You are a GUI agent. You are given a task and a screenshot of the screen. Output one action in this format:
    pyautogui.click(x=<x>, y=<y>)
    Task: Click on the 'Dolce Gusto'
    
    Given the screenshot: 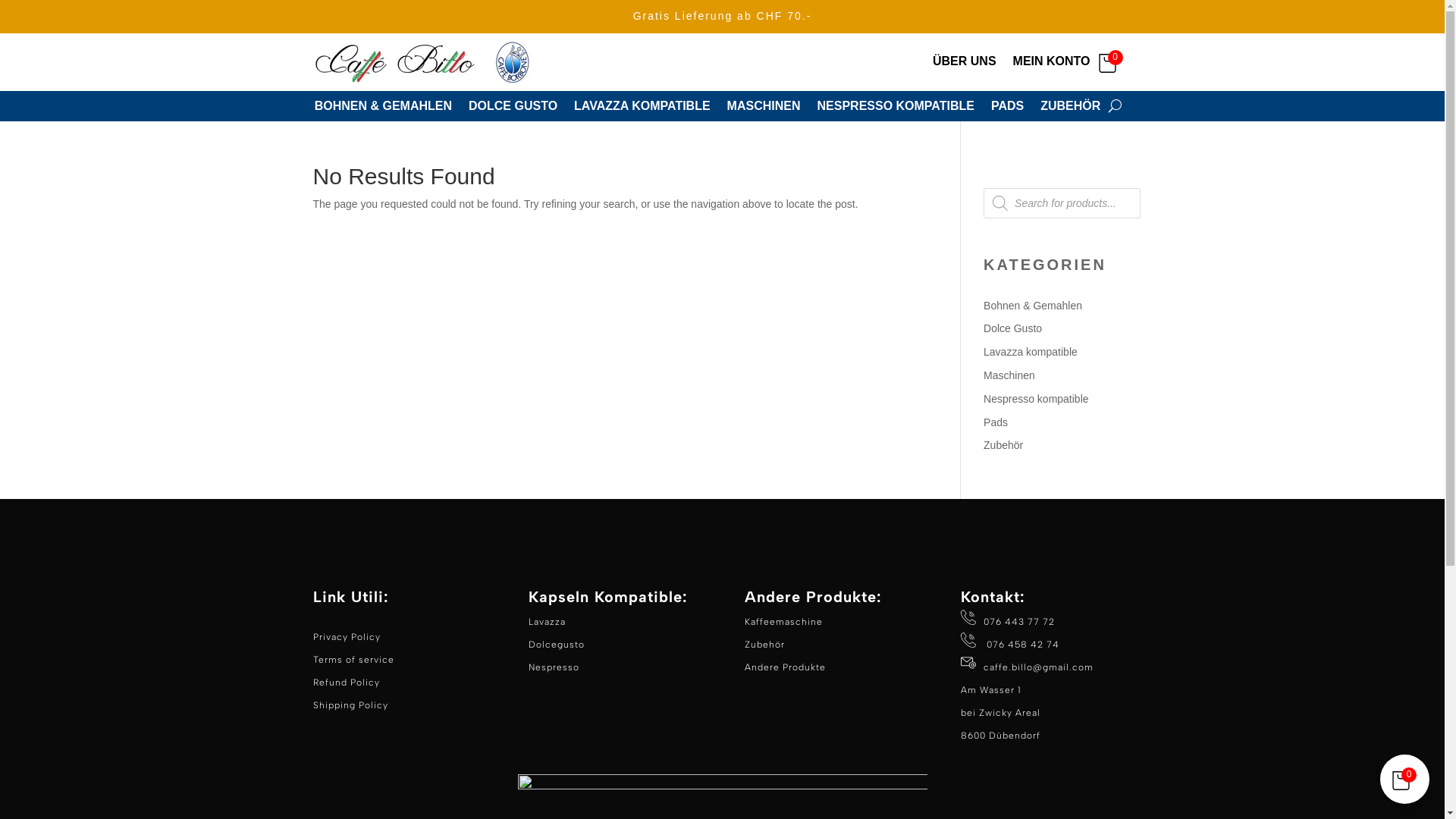 What is the action you would take?
    pyautogui.click(x=1012, y=327)
    